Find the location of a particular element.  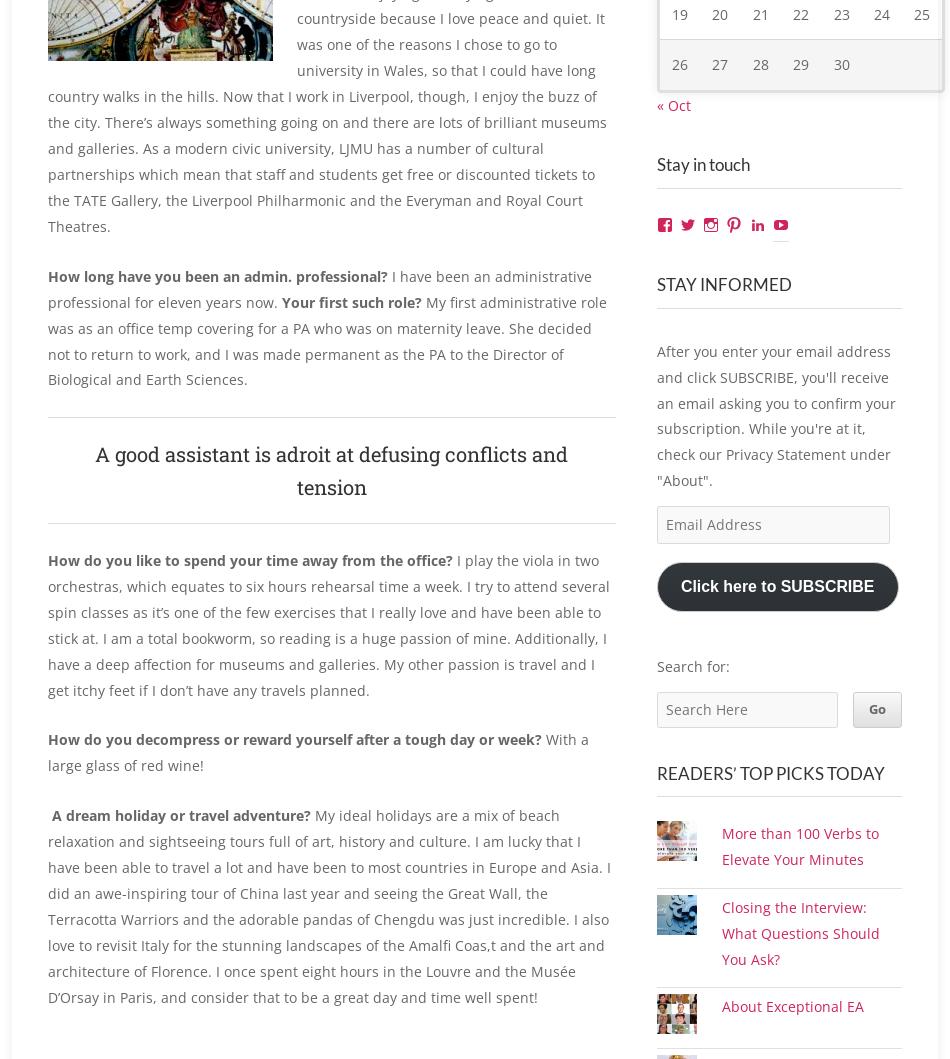

'26' is located at coordinates (678, 86).